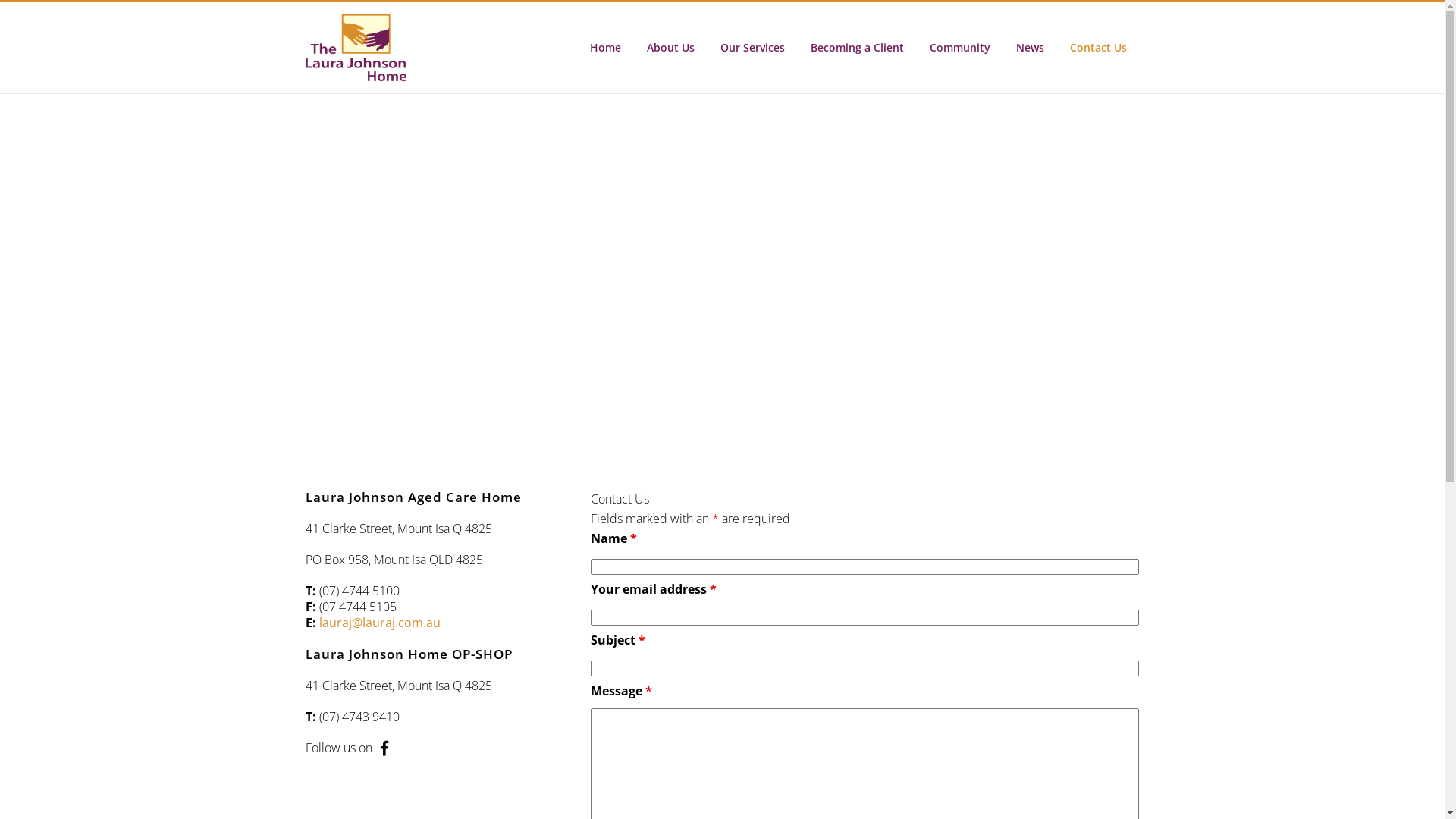 This screenshot has height=819, width=1456. Describe the element at coordinates (831, 595) in the screenshot. I see `'Staff Portal'` at that location.